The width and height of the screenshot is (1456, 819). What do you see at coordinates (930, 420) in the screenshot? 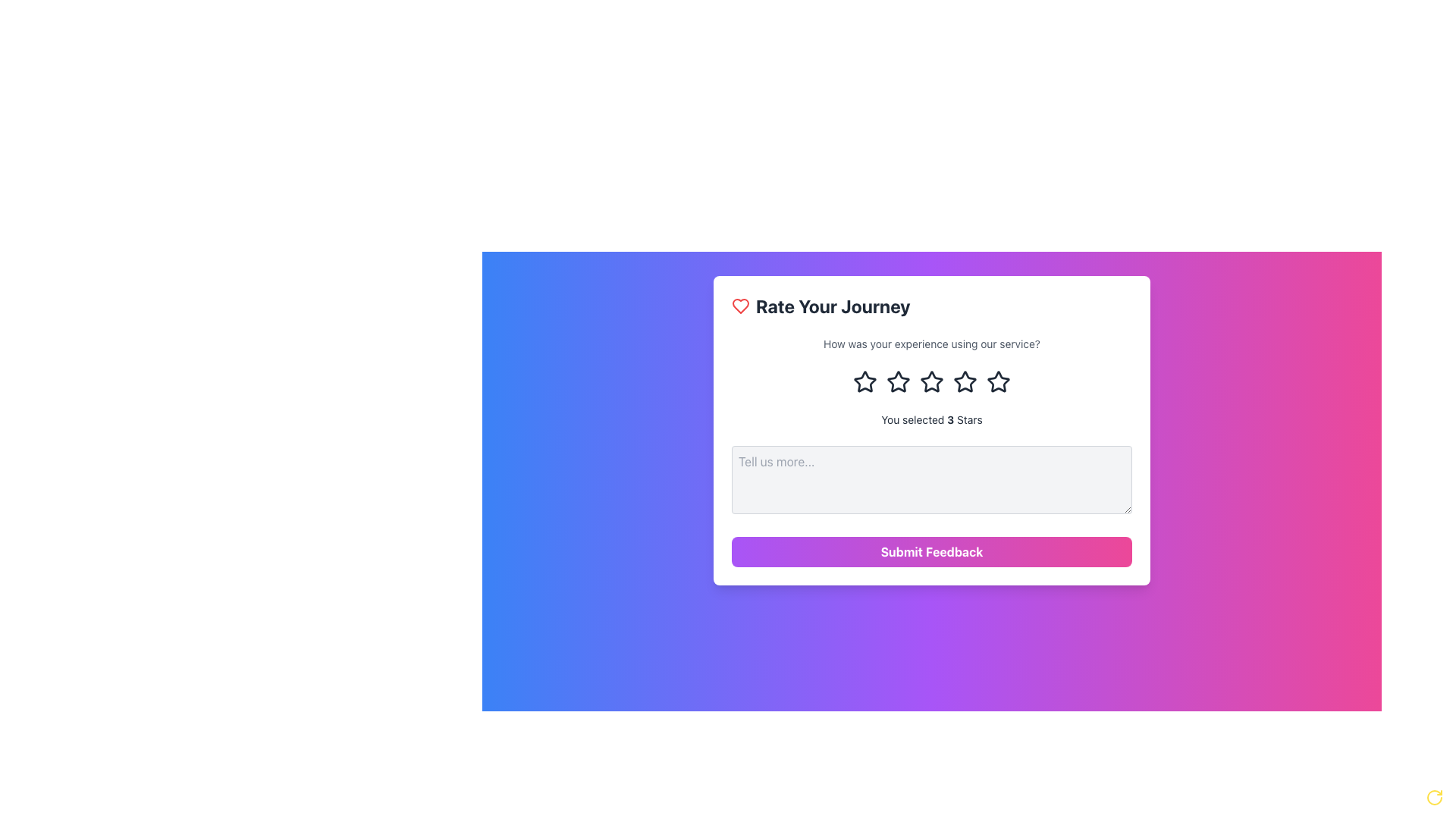
I see `the static text display component that shows the message 'You selected 3 Stars', positioned below the star icons in the feedback form` at bounding box center [930, 420].